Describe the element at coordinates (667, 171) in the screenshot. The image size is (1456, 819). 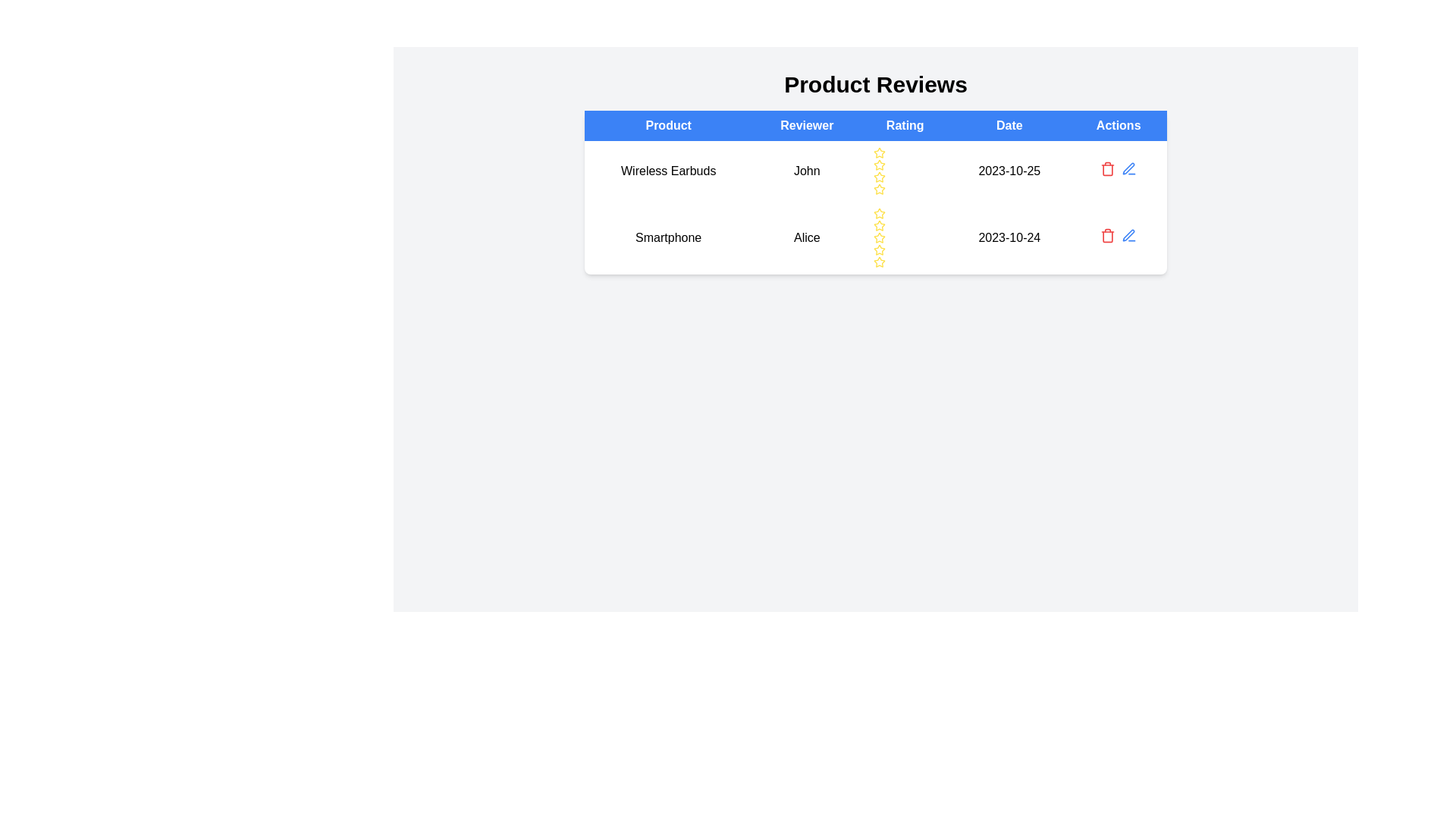
I see `the 'Wireless Earbuds' text label located in the 'Product' column of the 'Product Reviews' table` at that location.